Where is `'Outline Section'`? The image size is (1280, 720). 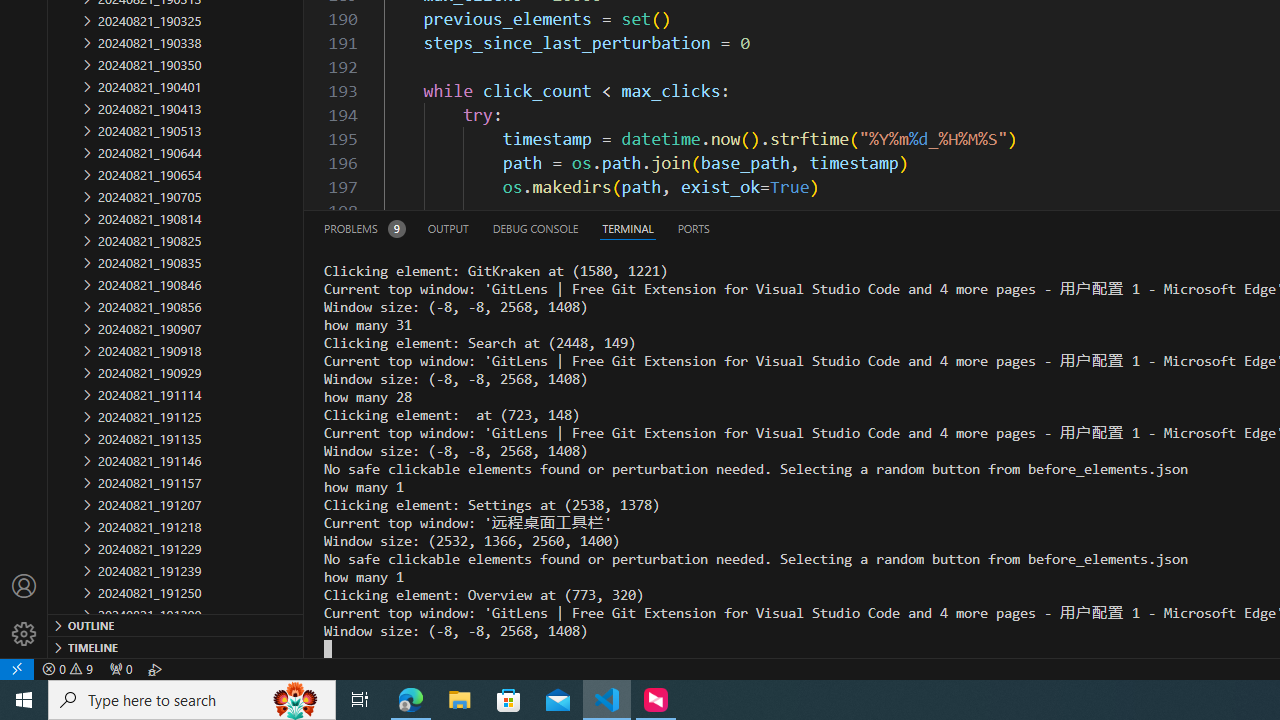
'Outline Section' is located at coordinates (176, 623).